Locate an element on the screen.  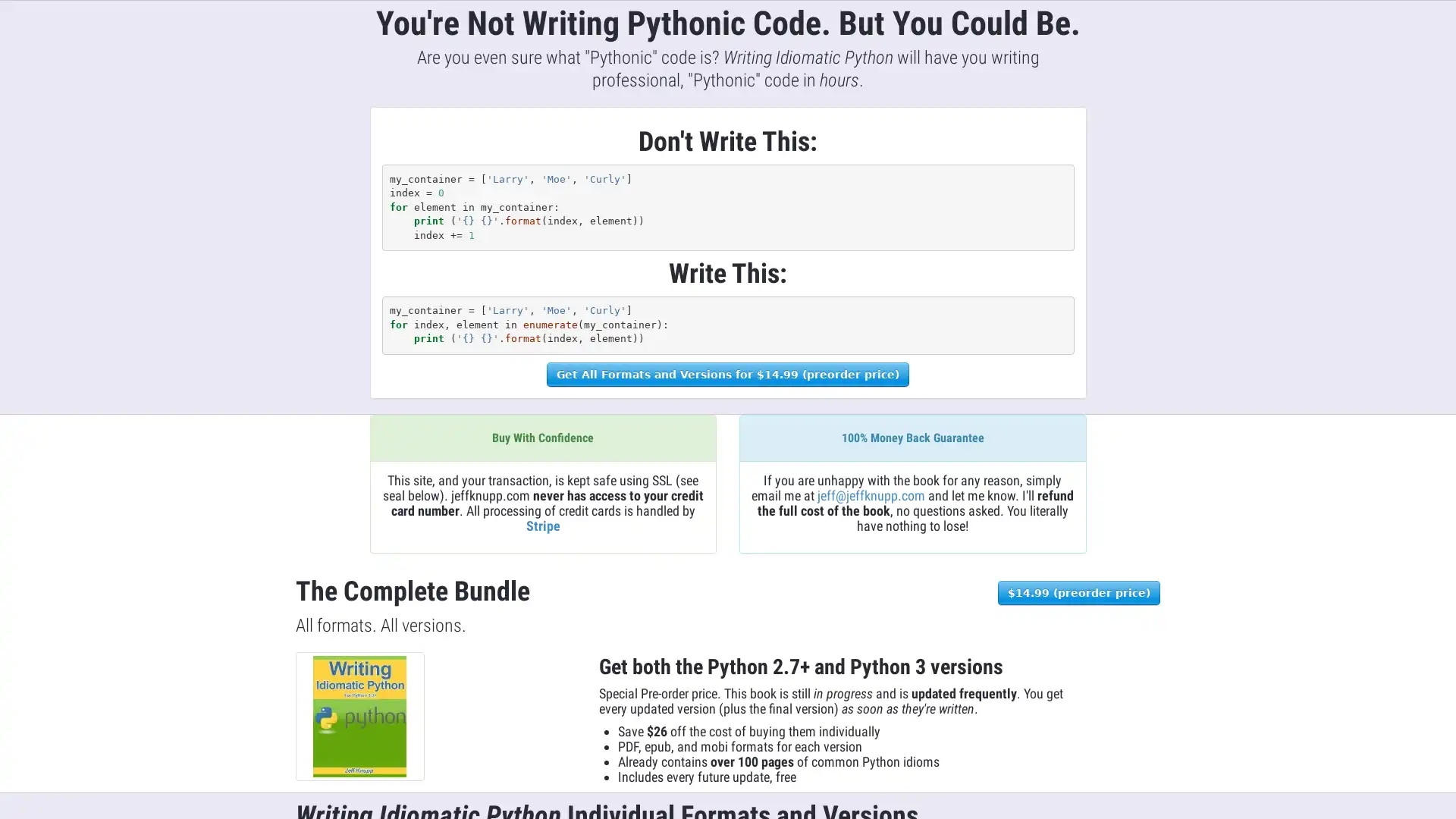
$14.99 (preorder price) is located at coordinates (1078, 591).